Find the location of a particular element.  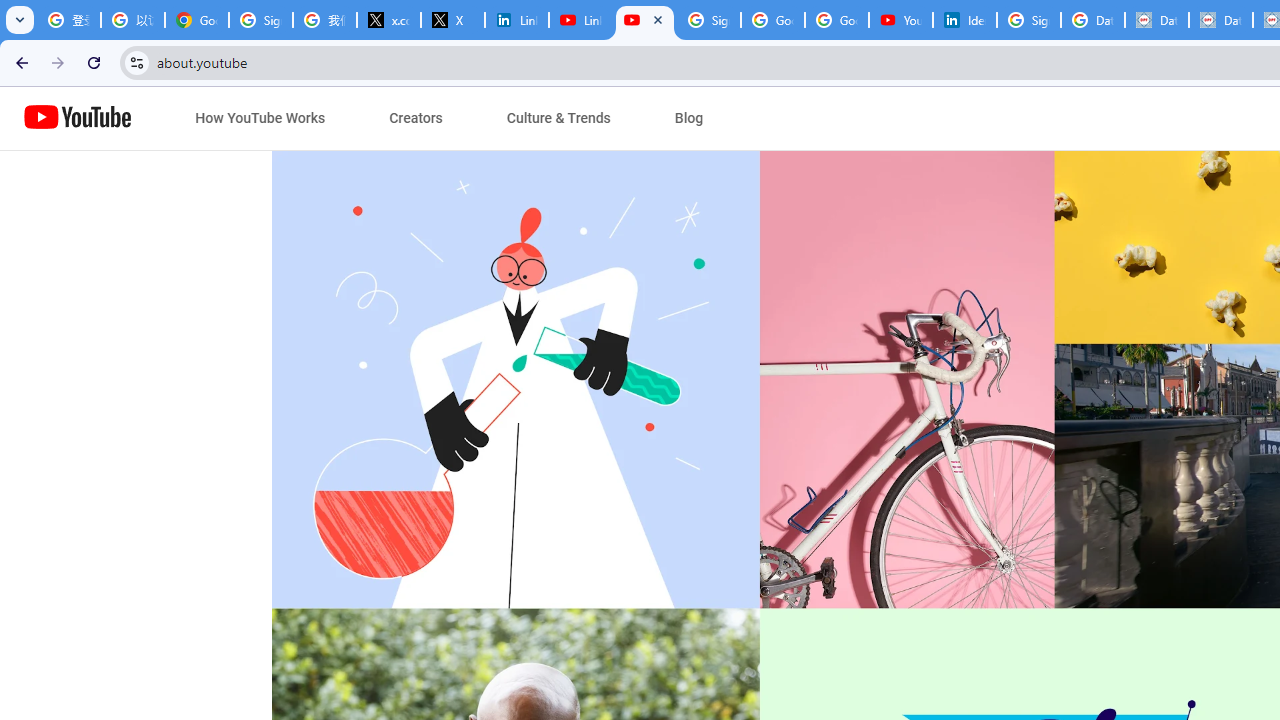

'About YouTube - YouTube' is located at coordinates (645, 20).